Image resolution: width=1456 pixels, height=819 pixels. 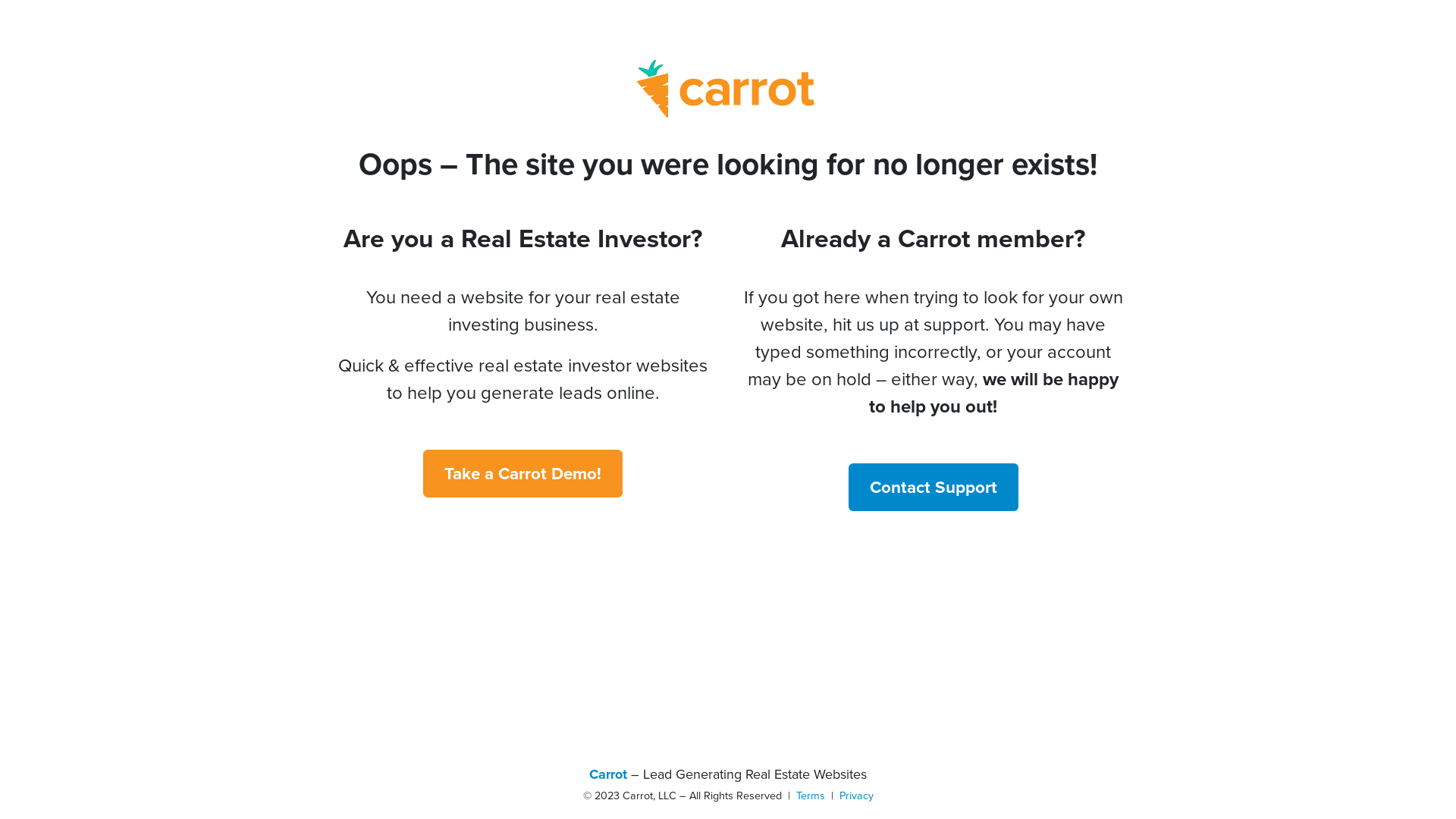 What do you see at coordinates (588, 774) in the screenshot?
I see `'Carrot'` at bounding box center [588, 774].